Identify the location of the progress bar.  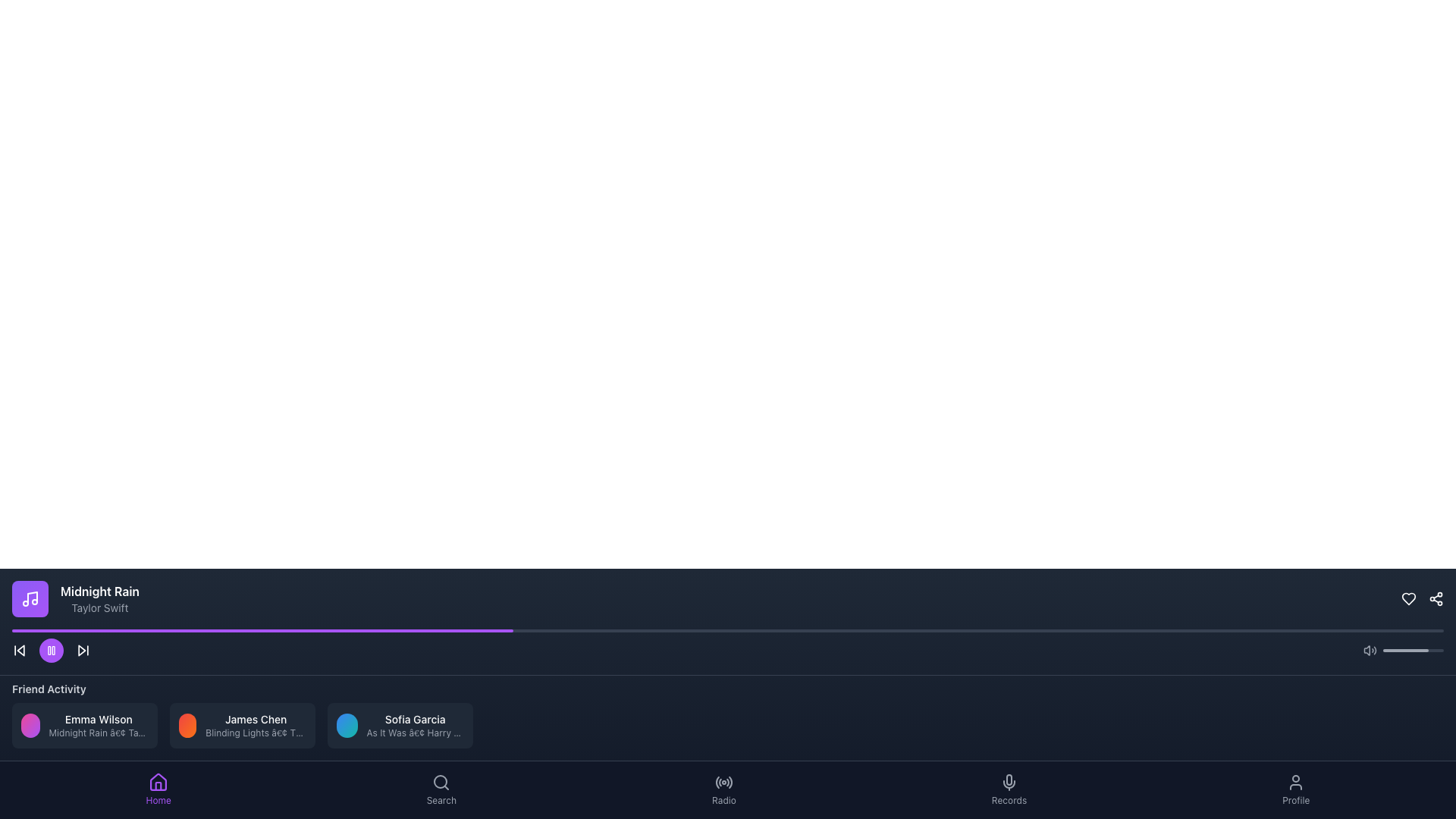
(1386, 631).